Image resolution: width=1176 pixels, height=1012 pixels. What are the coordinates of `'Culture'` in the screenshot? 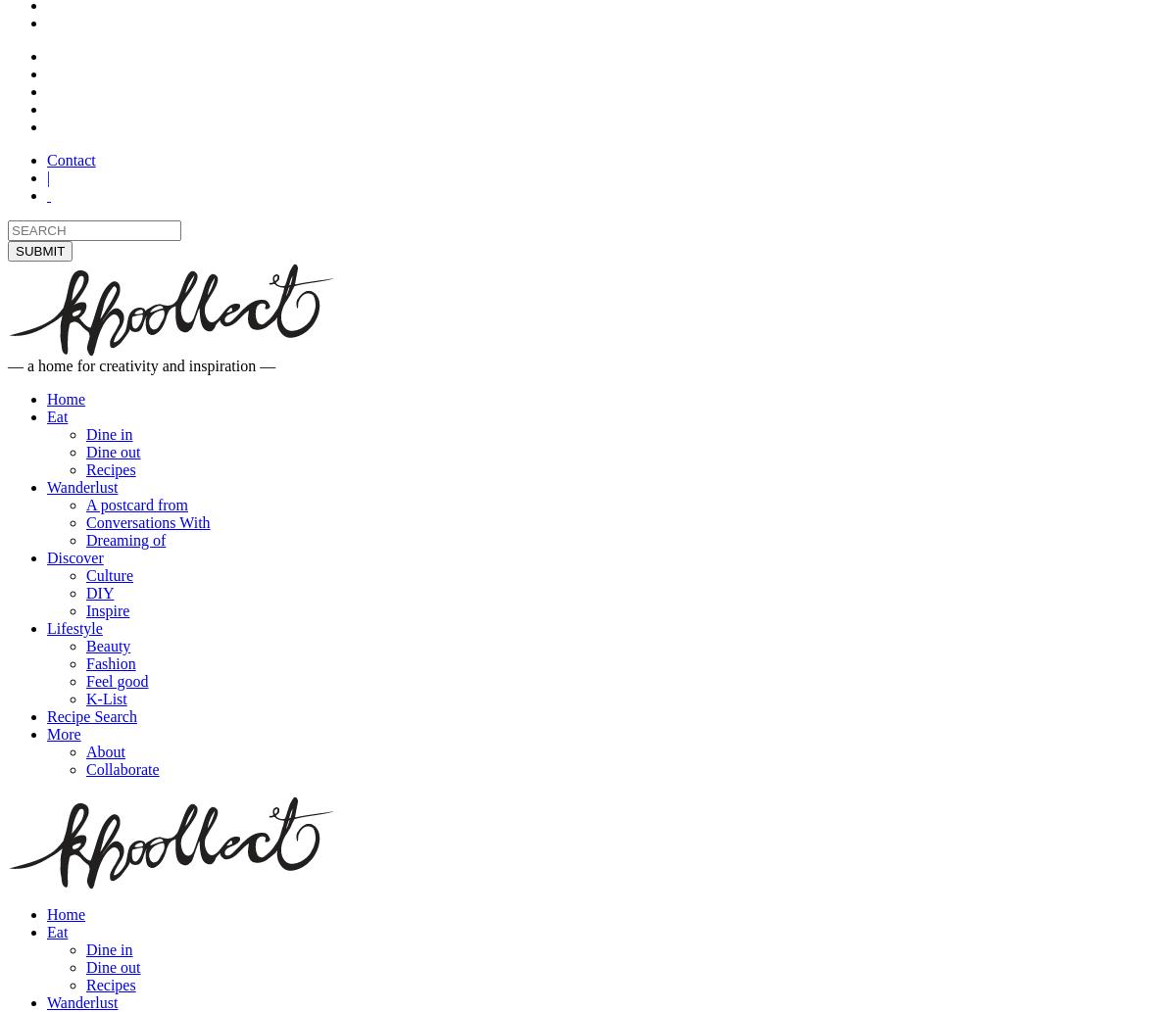 It's located at (109, 574).